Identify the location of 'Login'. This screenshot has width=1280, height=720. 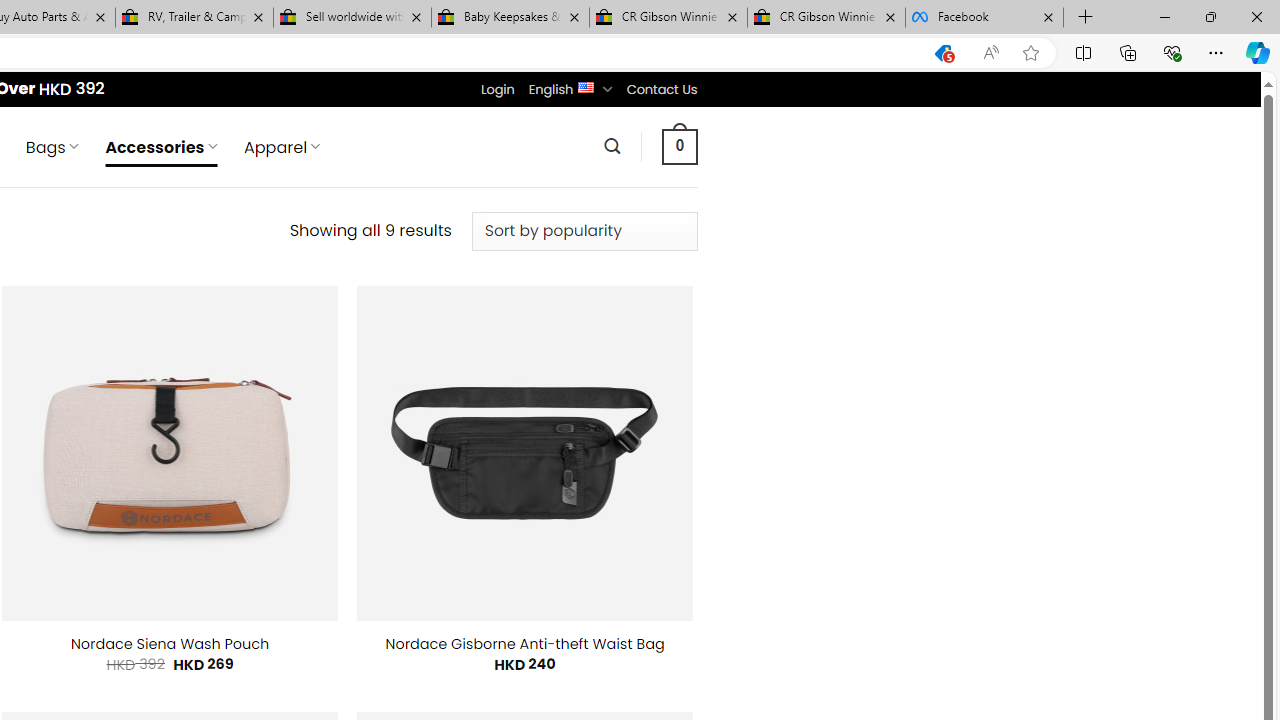
(497, 88).